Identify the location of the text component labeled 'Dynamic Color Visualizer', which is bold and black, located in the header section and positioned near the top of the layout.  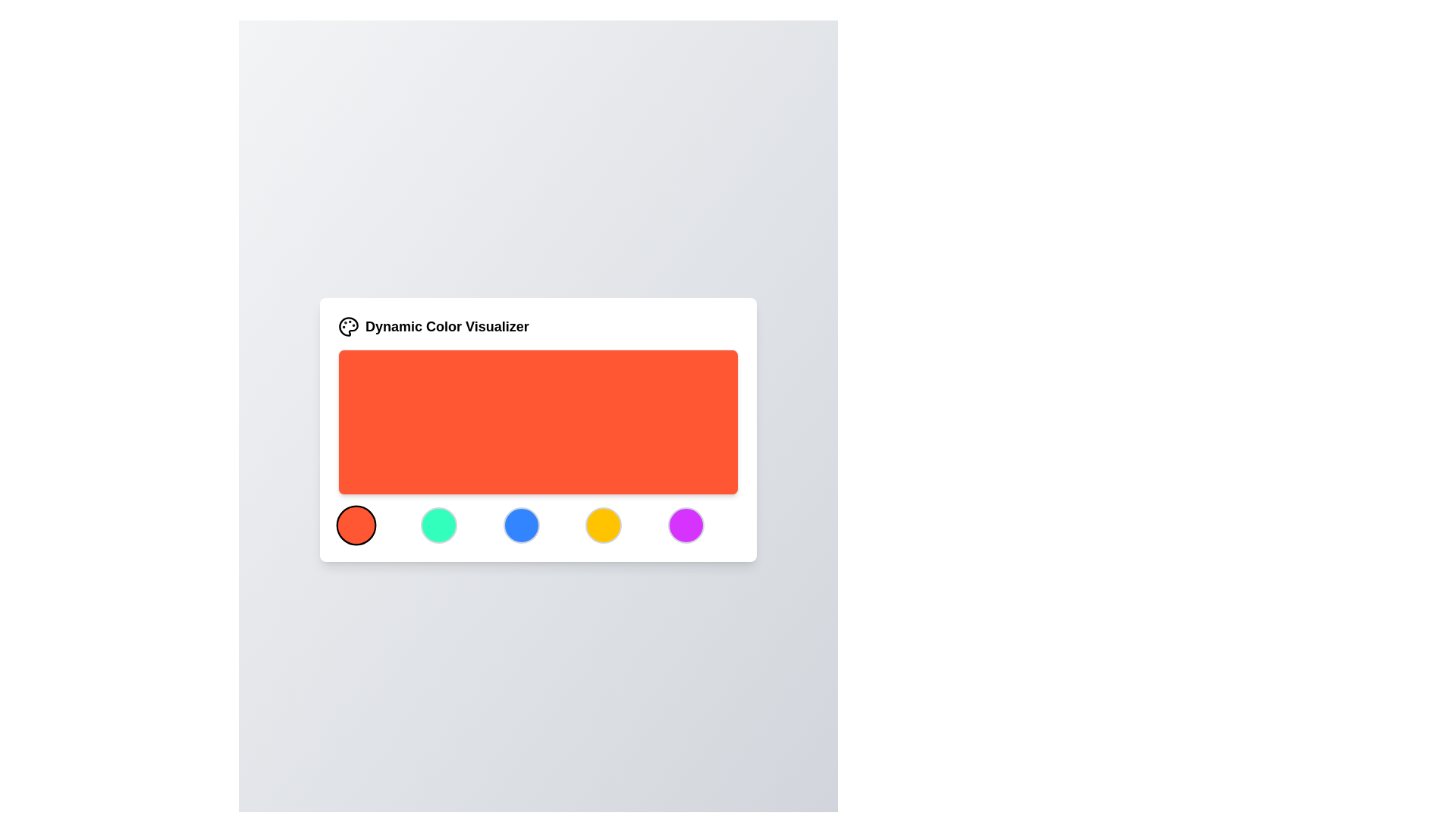
(446, 326).